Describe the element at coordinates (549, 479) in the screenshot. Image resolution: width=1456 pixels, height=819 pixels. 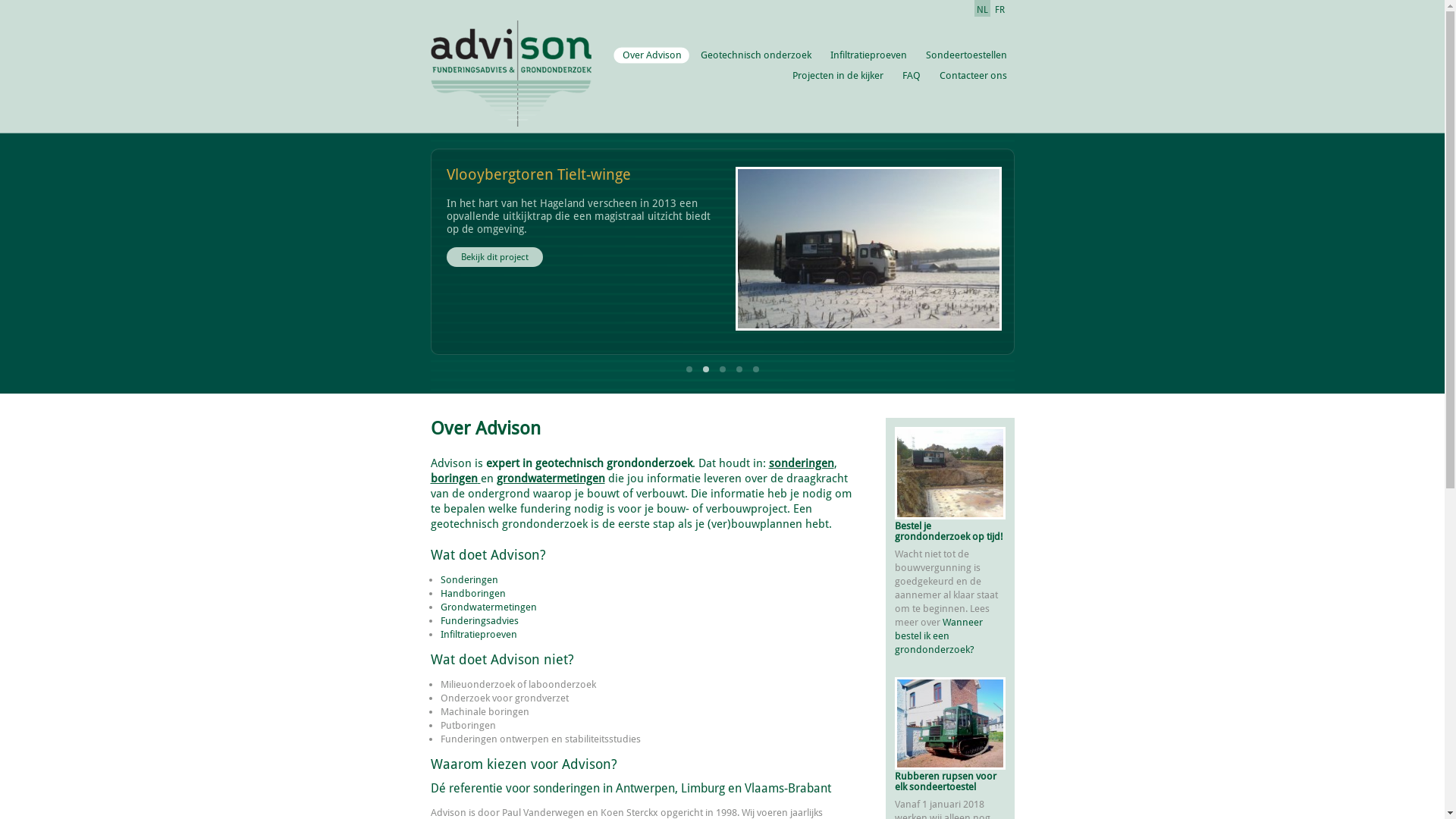
I see `'grondwatermetingen'` at that location.